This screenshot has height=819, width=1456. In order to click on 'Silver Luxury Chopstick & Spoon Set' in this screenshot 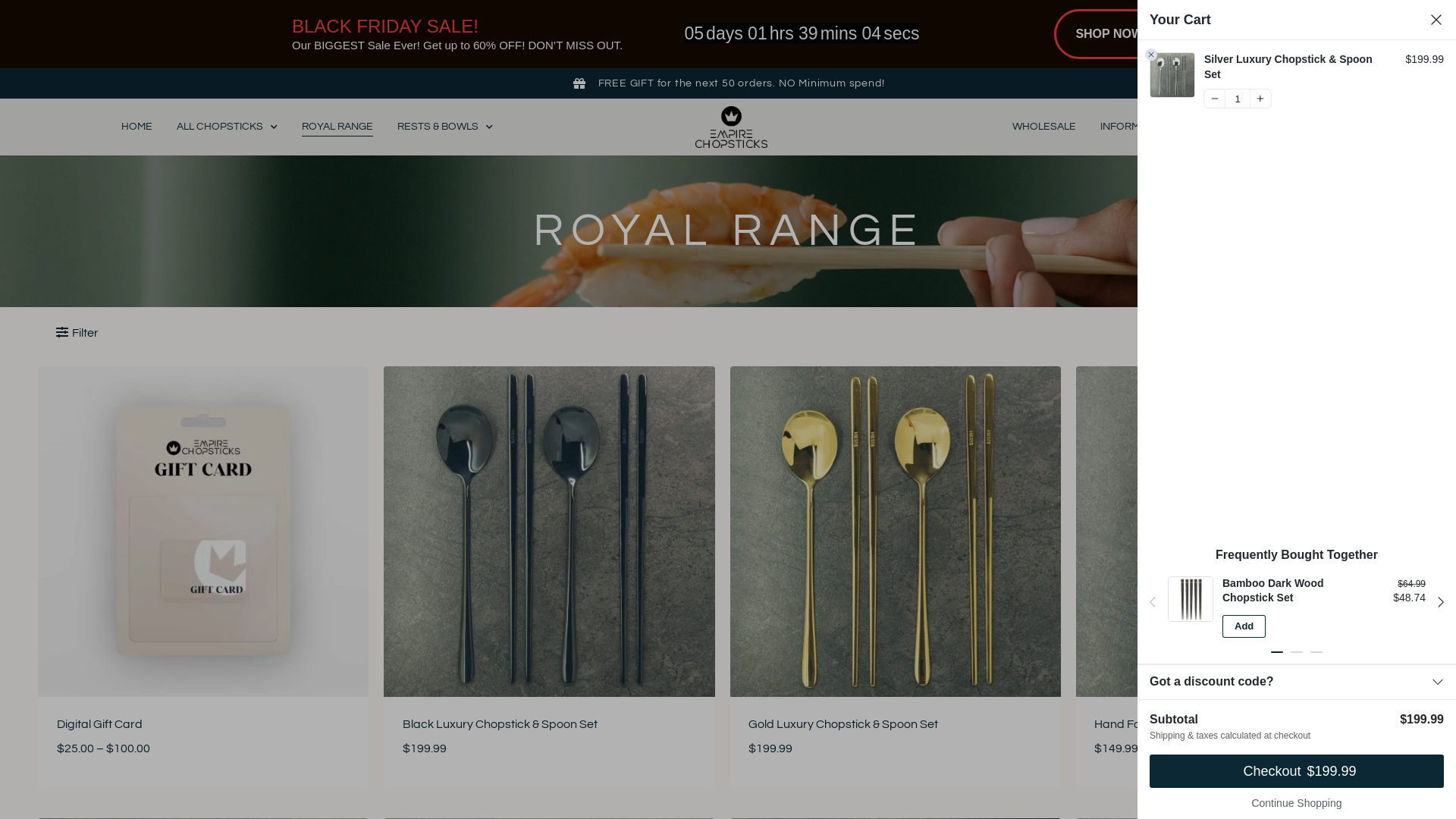, I will do `click(1203, 66)`.